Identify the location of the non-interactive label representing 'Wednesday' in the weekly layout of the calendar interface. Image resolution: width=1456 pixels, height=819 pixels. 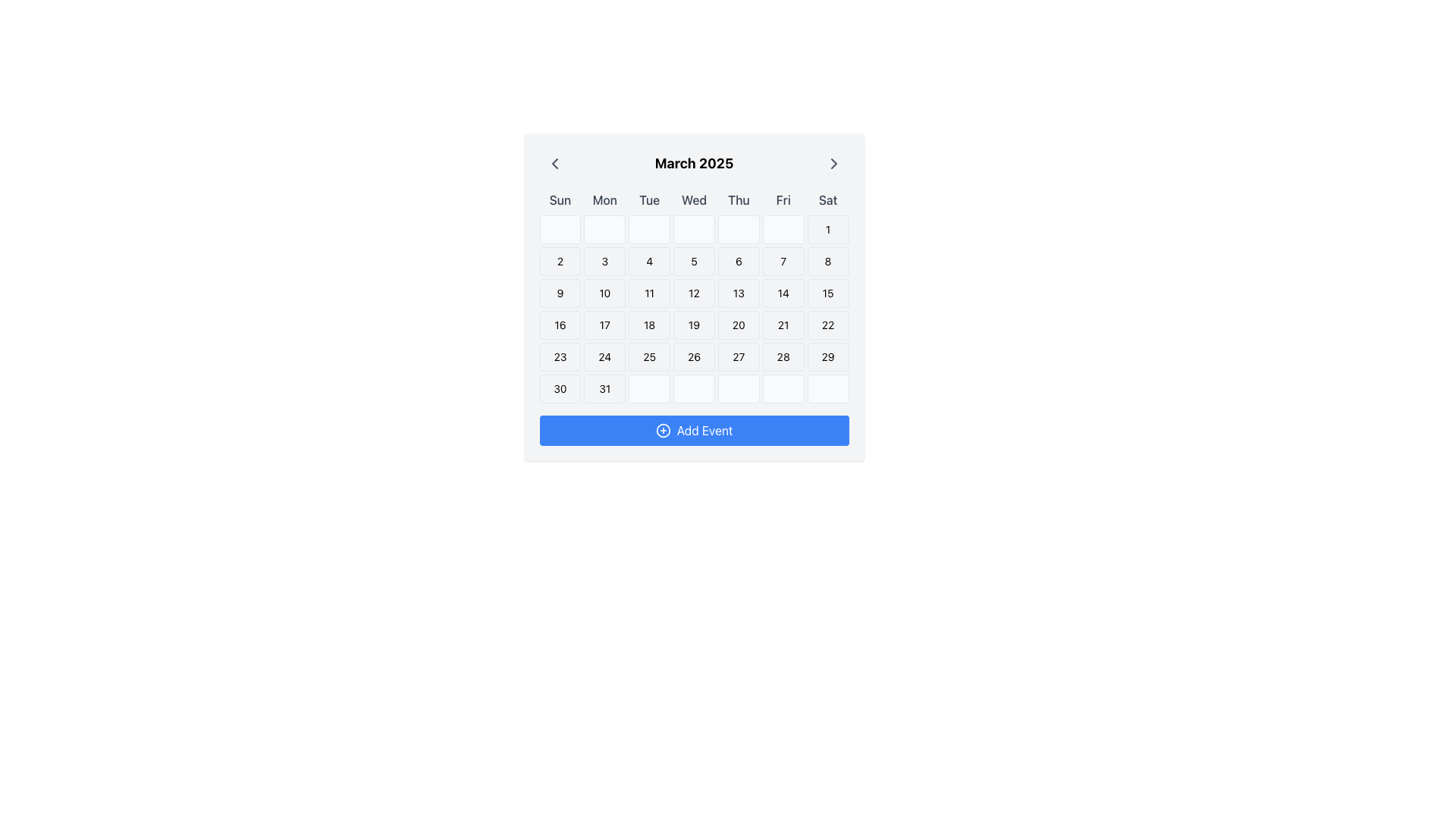
(693, 199).